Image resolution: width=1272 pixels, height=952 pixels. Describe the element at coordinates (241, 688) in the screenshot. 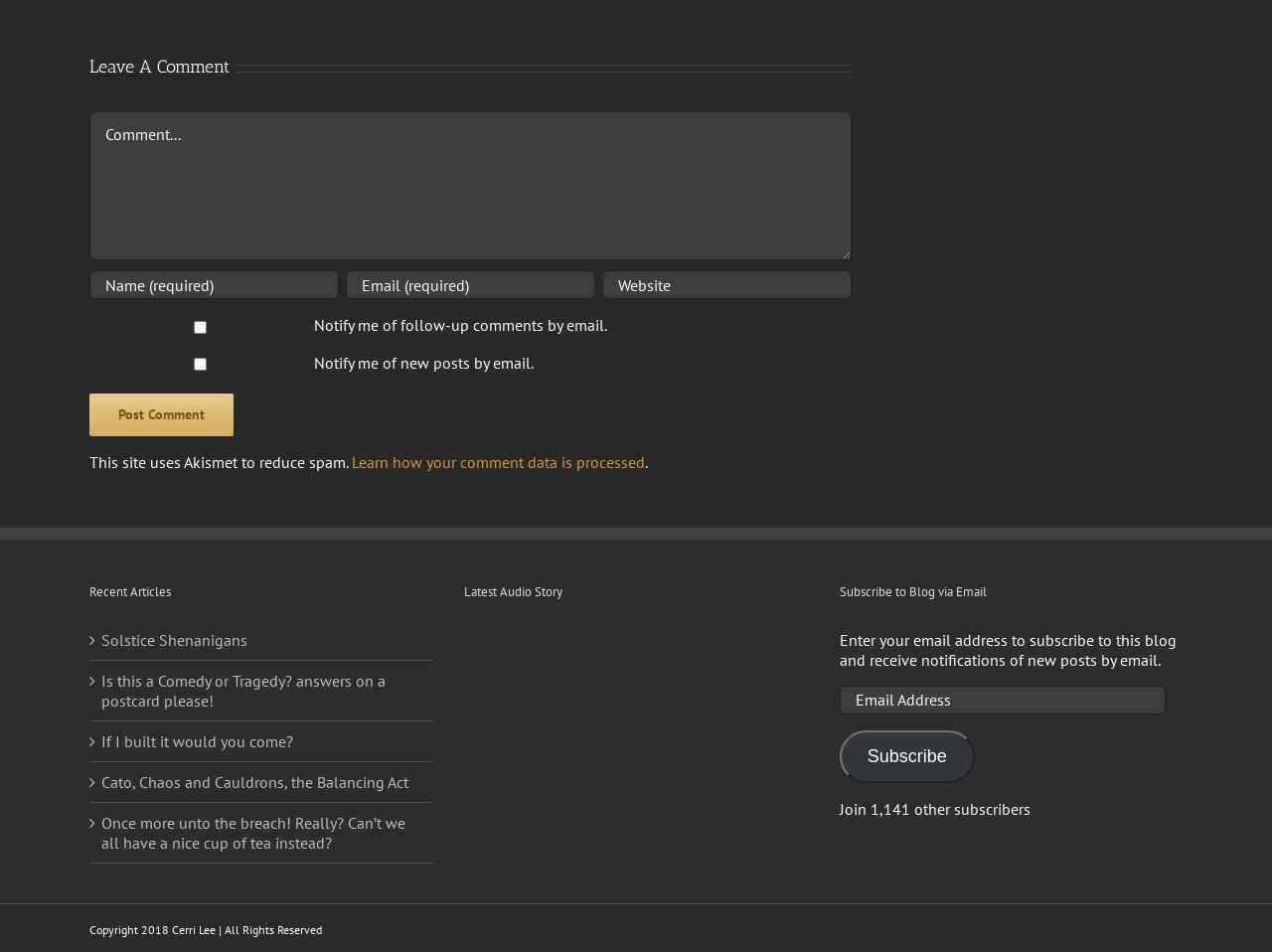

I see `'Is this a Comedy or Tragedy? answers on a postcard please!'` at that location.